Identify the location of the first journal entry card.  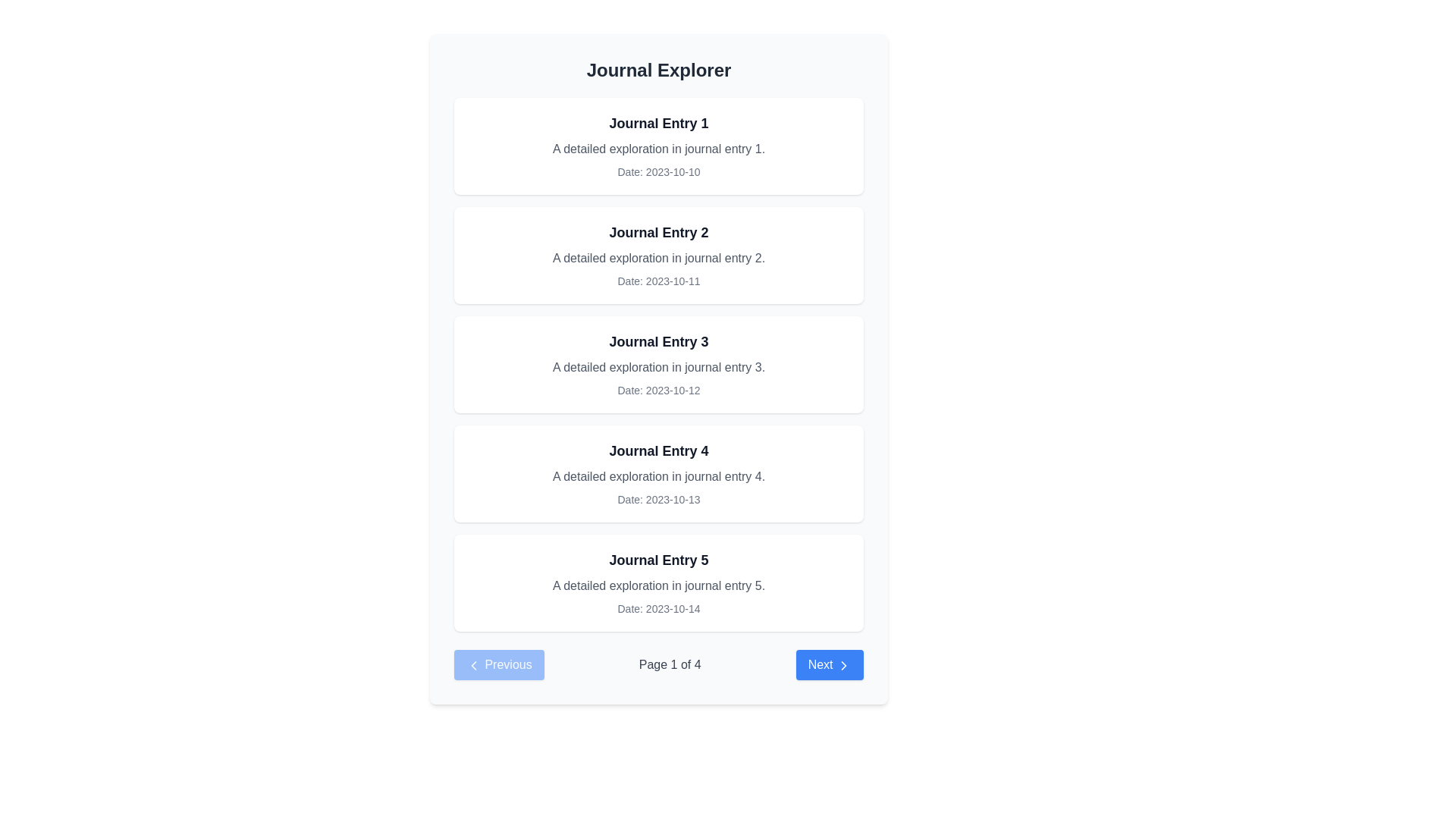
(658, 146).